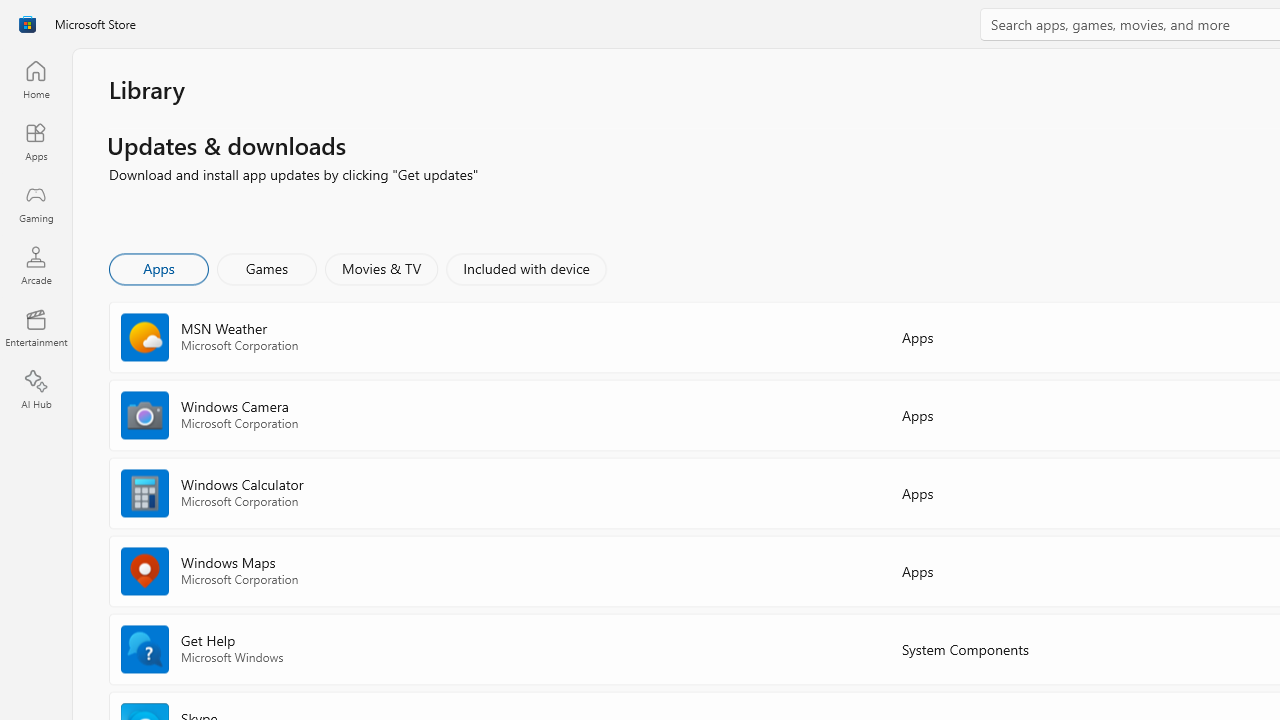  What do you see at coordinates (157, 267) in the screenshot?
I see `'Apps'` at bounding box center [157, 267].